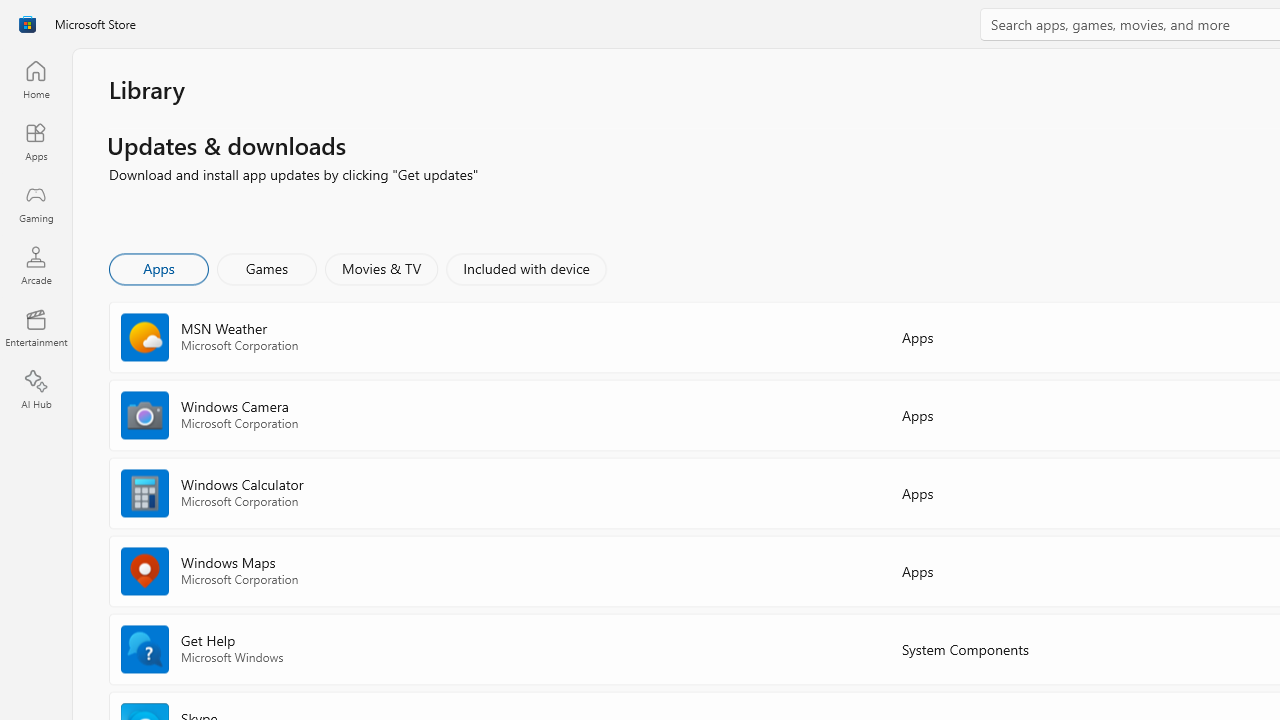  What do you see at coordinates (157, 267) in the screenshot?
I see `'Apps'` at bounding box center [157, 267].